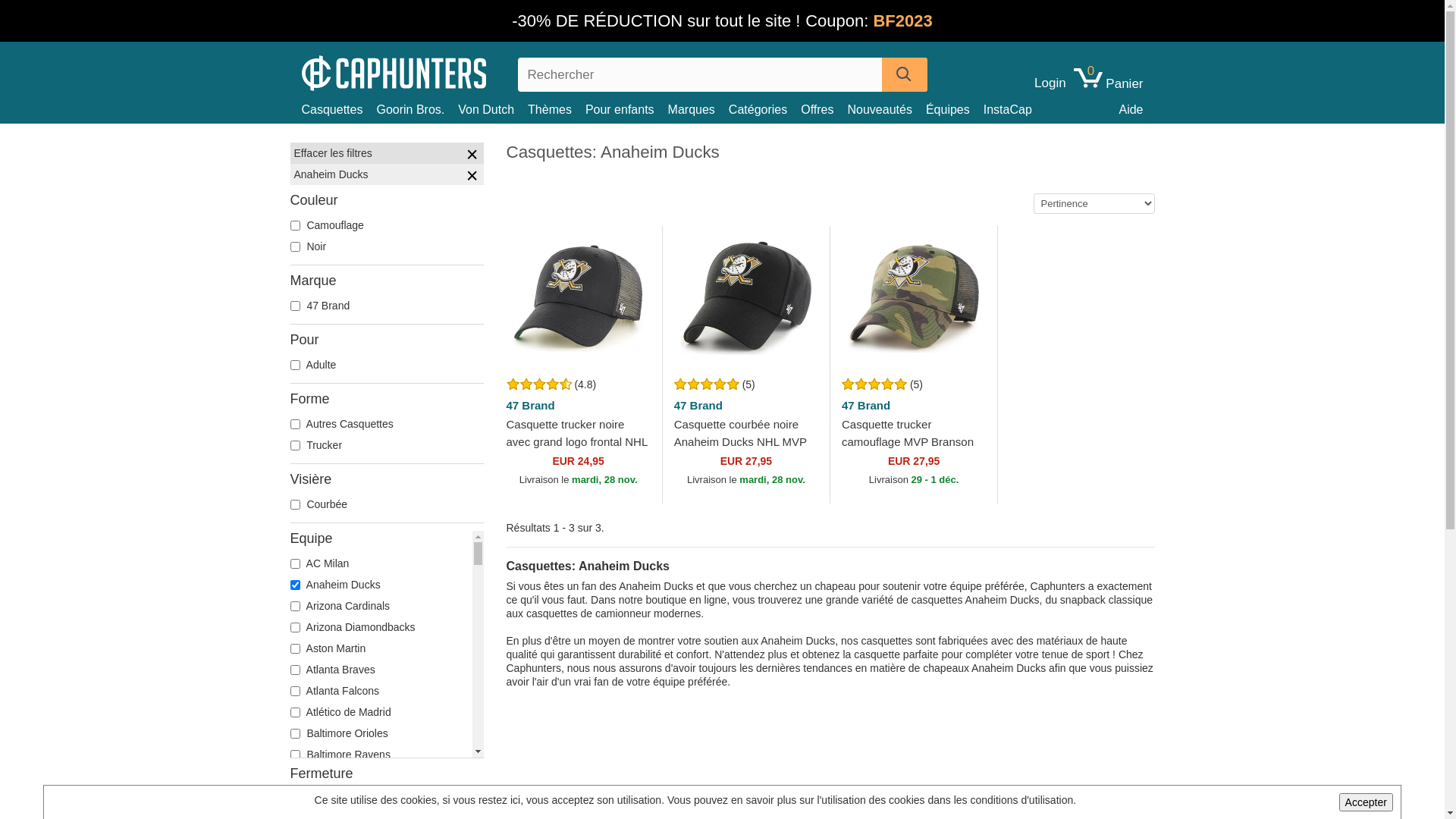  What do you see at coordinates (417, 108) in the screenshot?
I see `'Goorin Bros.'` at bounding box center [417, 108].